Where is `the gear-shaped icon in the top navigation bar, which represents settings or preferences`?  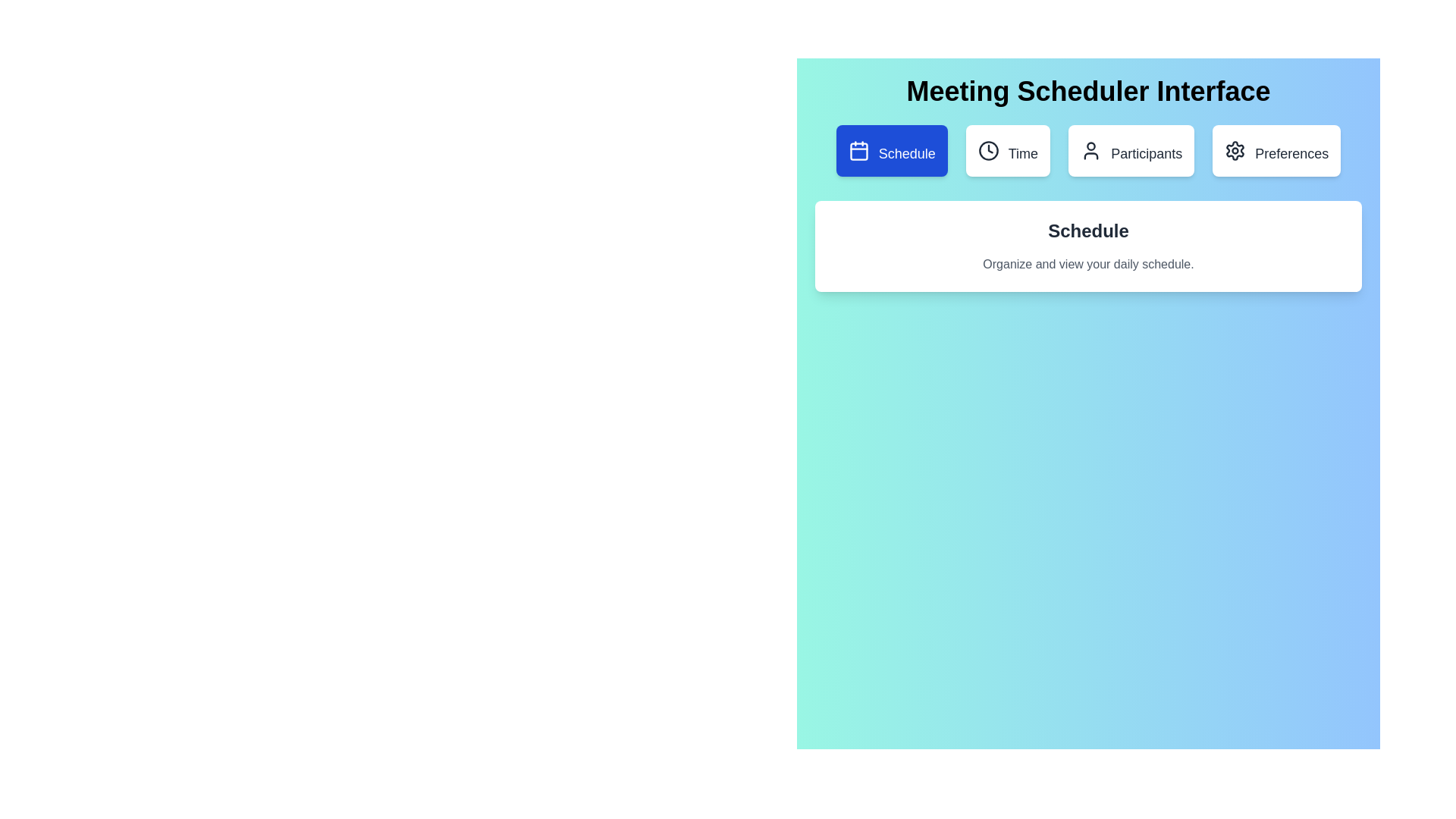
the gear-shaped icon in the top navigation bar, which represents settings or preferences is located at coordinates (1235, 151).